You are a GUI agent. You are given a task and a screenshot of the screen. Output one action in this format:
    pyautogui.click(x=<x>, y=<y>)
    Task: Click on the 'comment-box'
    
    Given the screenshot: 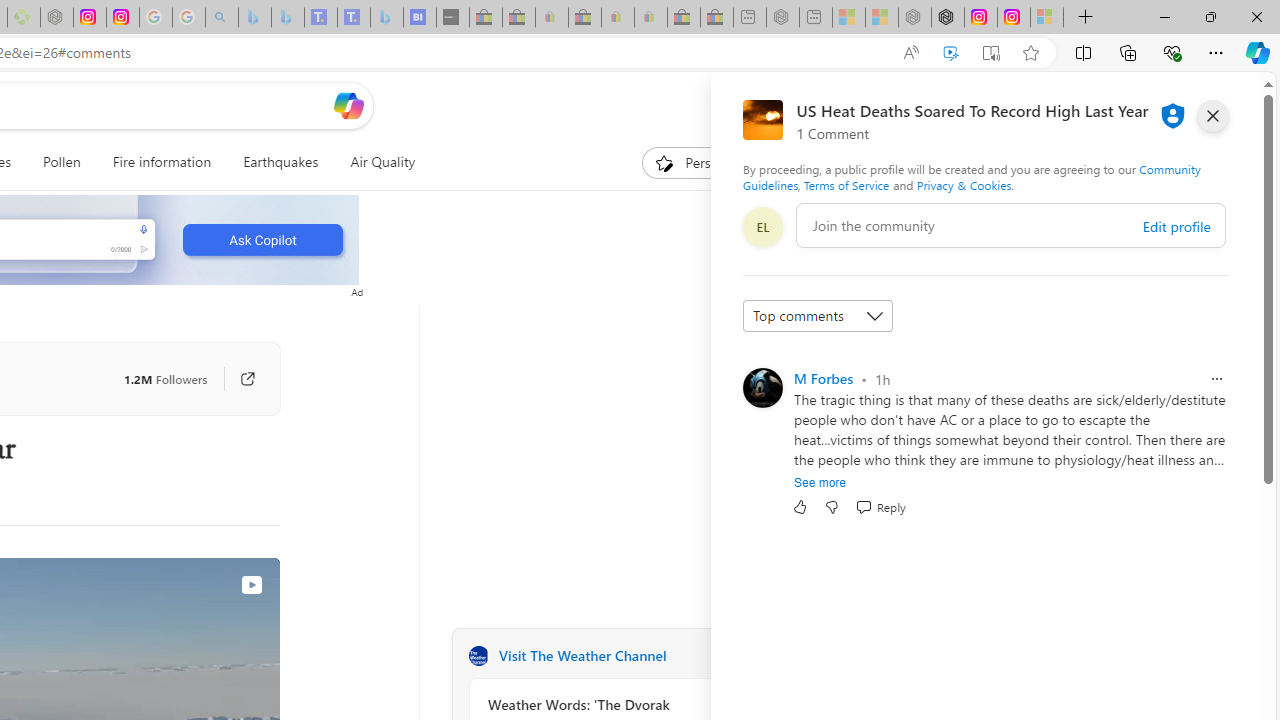 What is the action you would take?
    pyautogui.click(x=1011, y=225)
    